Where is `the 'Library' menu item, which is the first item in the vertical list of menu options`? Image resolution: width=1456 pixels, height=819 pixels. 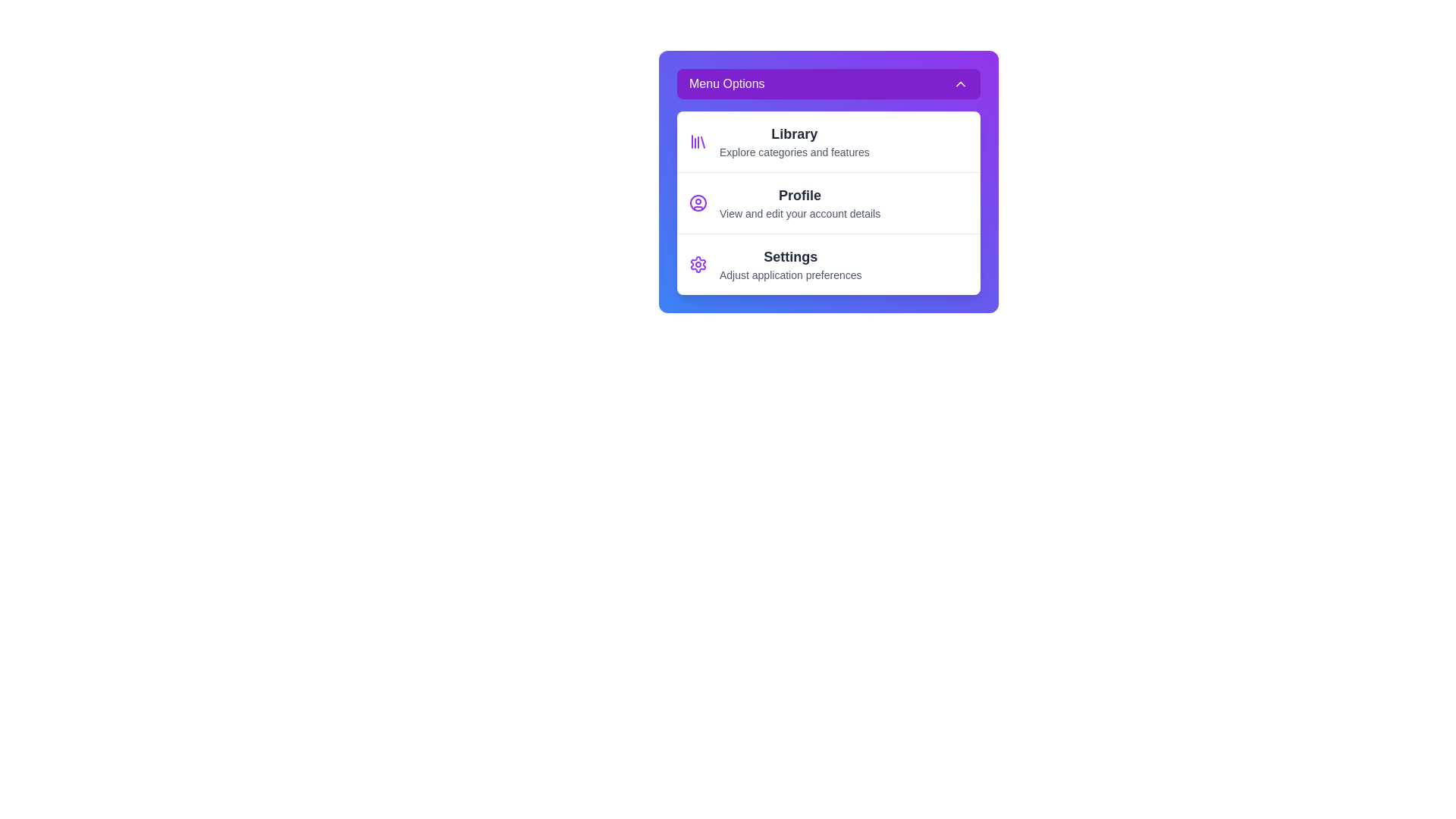
the 'Library' menu item, which is the first item in the vertical list of menu options is located at coordinates (828, 142).